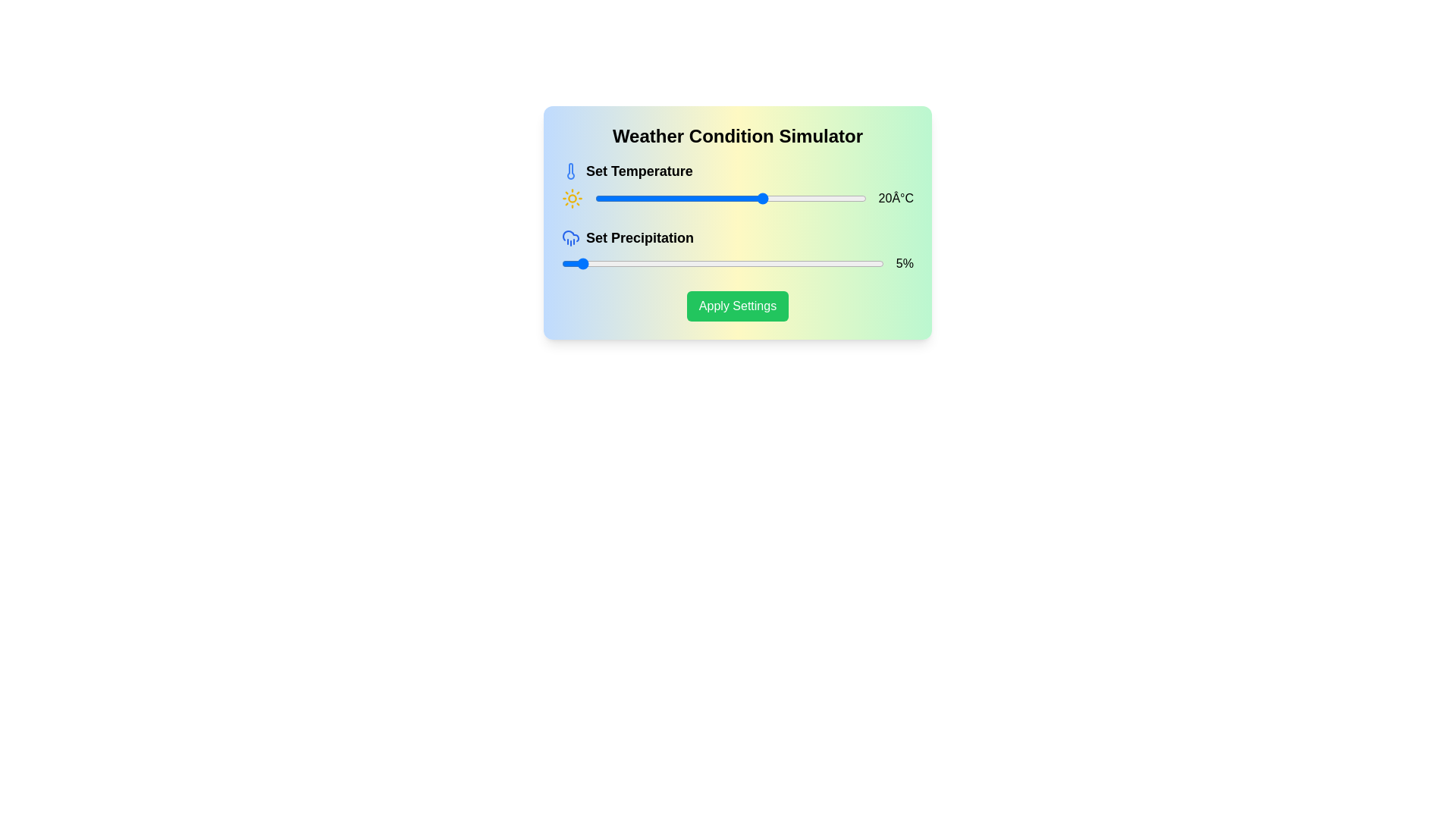 The image size is (1456, 819). Describe the element at coordinates (726, 198) in the screenshot. I see `the temperature slider to 9°C` at that location.